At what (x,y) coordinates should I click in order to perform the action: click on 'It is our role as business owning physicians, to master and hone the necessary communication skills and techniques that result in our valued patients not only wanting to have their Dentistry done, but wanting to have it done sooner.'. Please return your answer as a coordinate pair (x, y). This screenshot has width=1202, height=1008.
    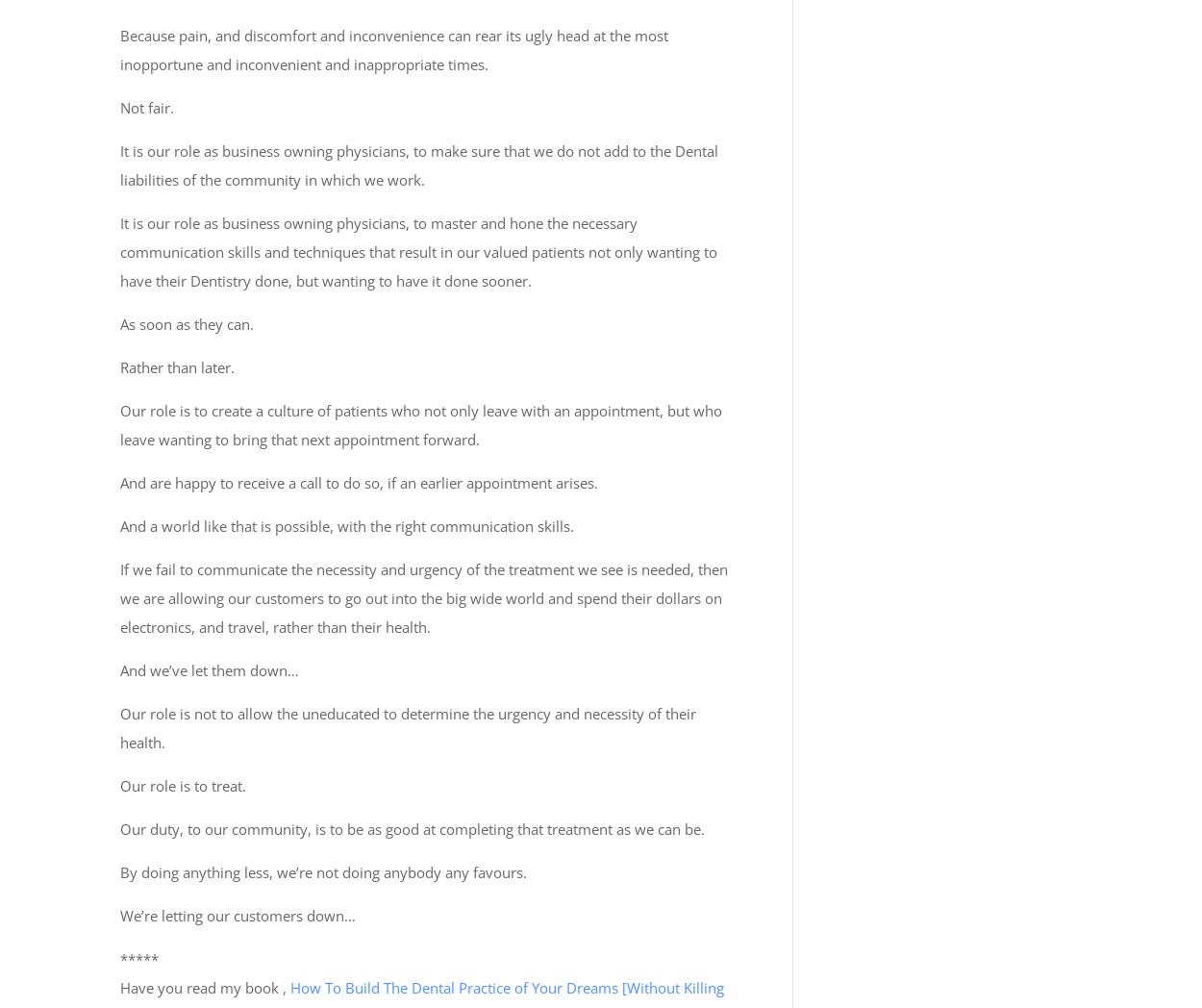
    Looking at the image, I should click on (418, 252).